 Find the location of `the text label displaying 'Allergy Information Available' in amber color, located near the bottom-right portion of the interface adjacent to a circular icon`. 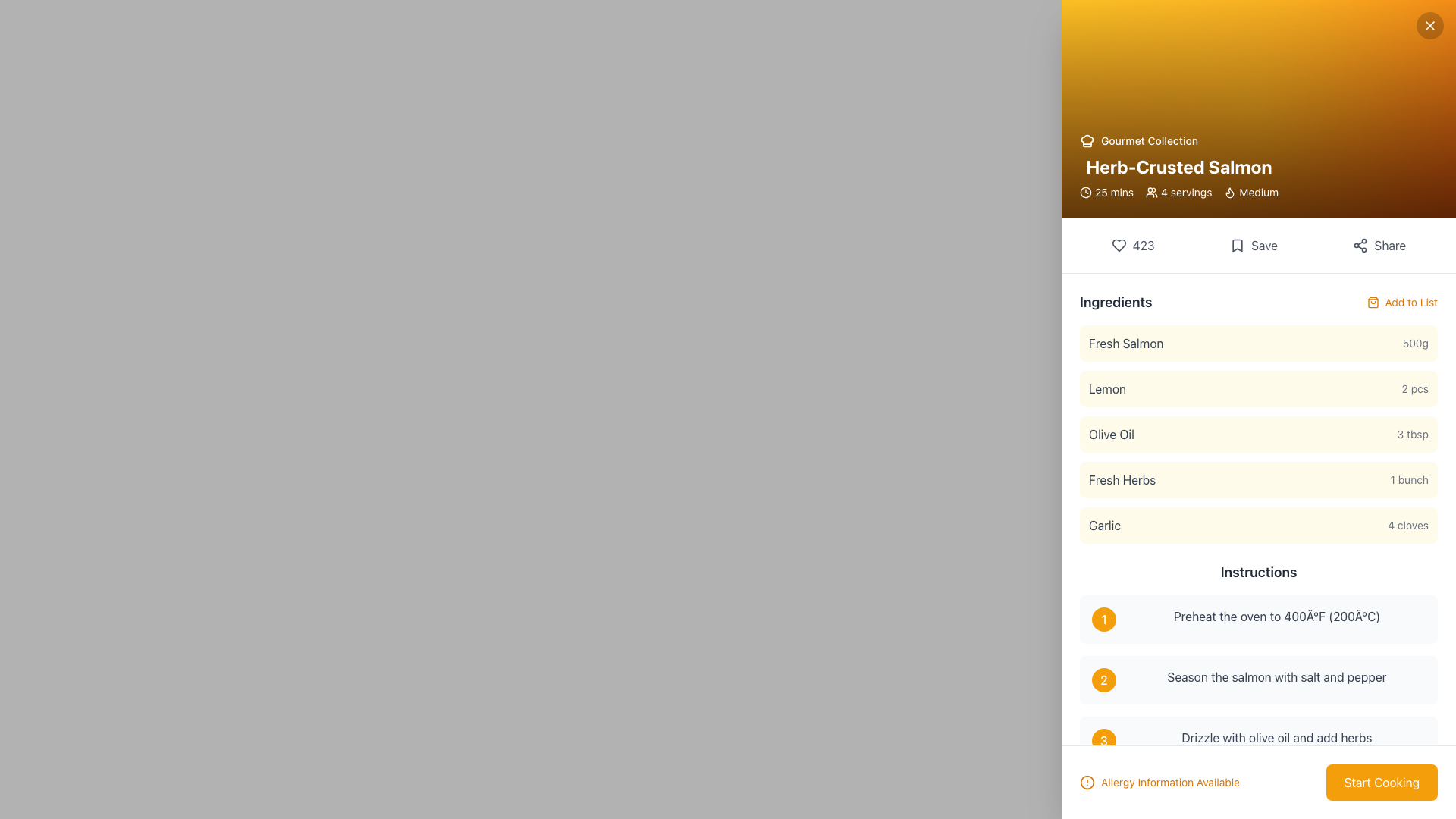

the text label displaying 'Allergy Information Available' in amber color, located near the bottom-right portion of the interface adjacent to a circular icon is located at coordinates (1169, 783).